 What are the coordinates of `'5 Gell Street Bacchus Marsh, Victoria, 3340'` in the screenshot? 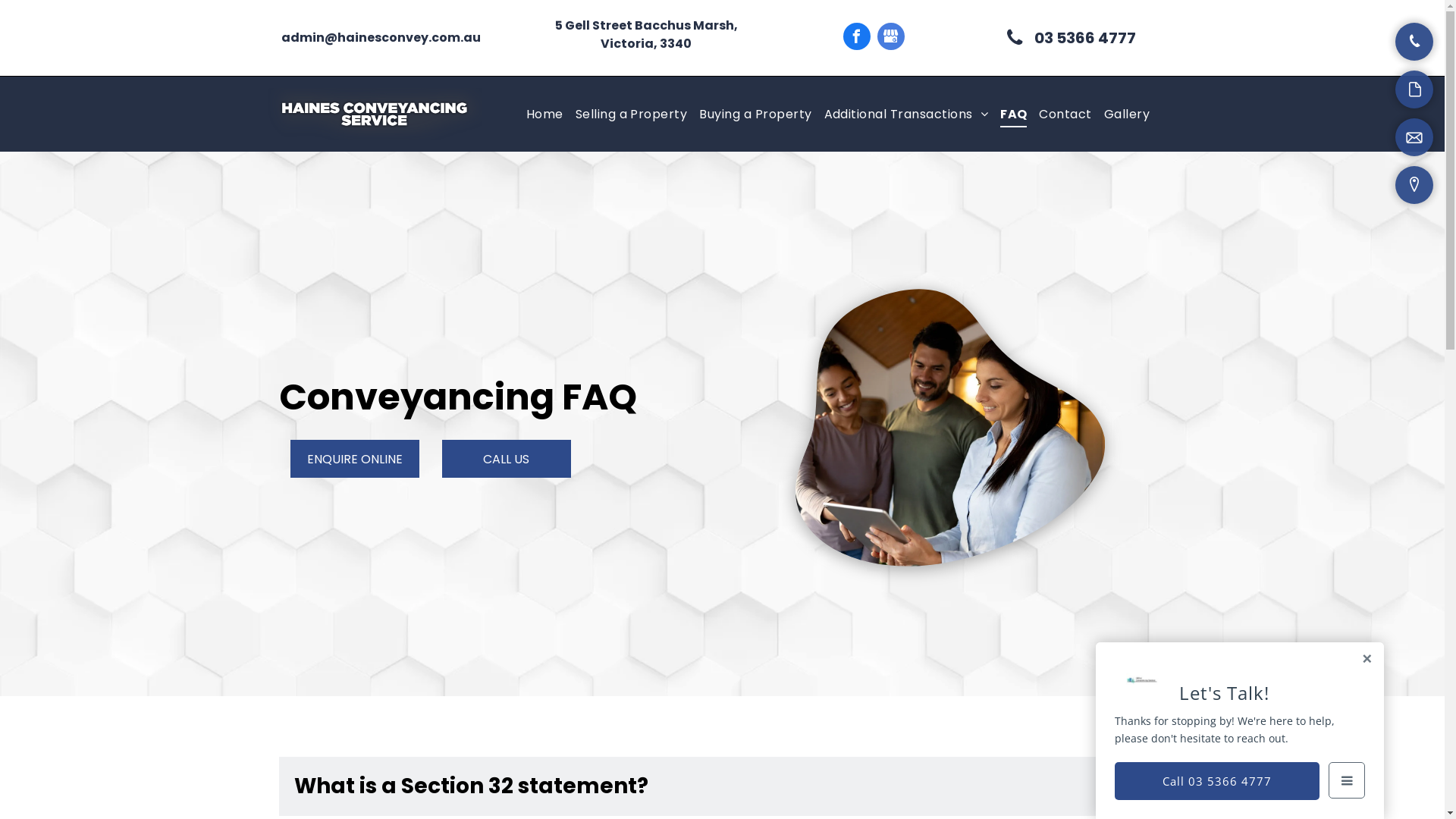 It's located at (554, 34).